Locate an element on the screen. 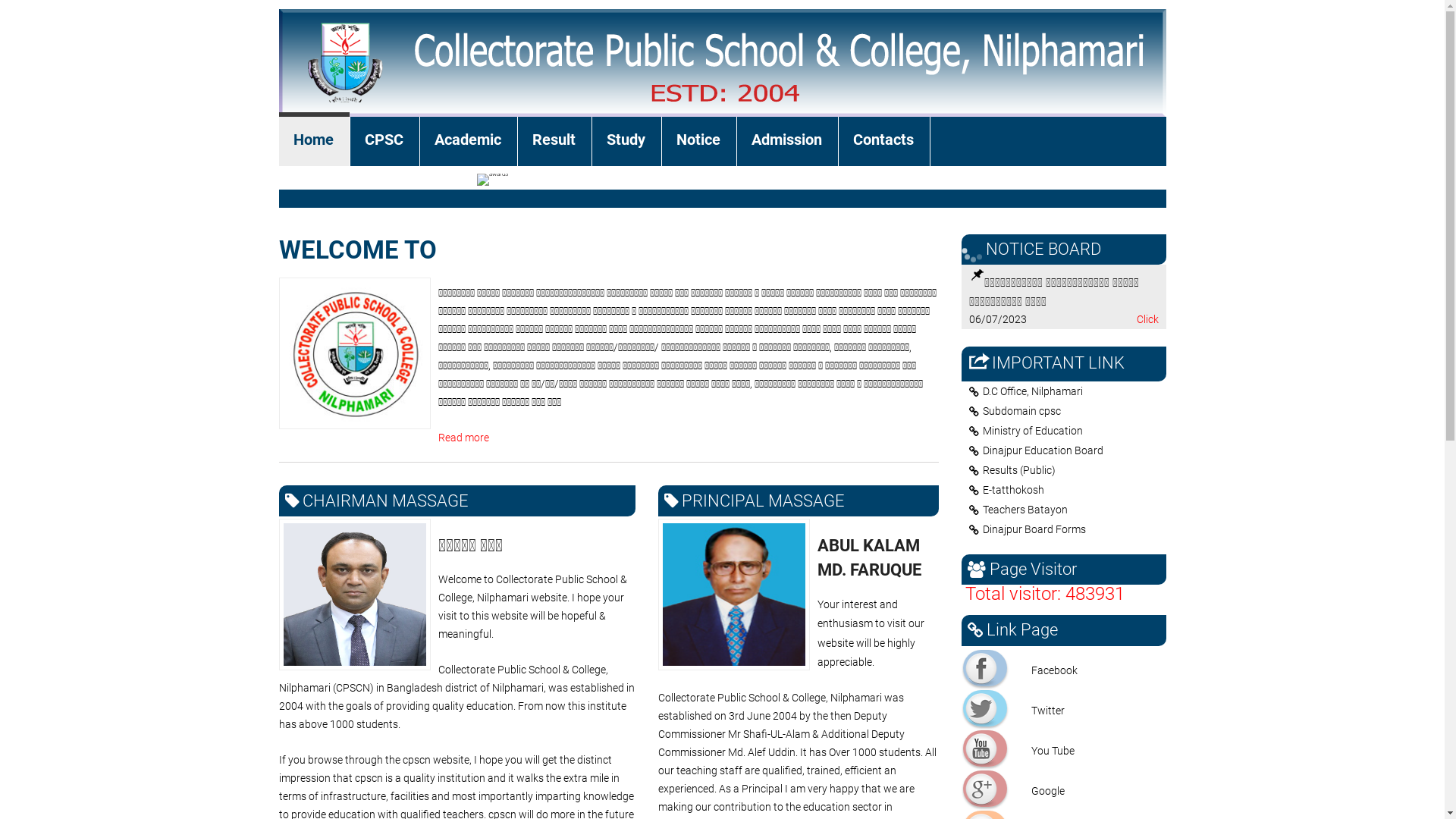 Image resolution: width=1456 pixels, height=819 pixels. 'E-tatthokosh' is located at coordinates (1066, 489).